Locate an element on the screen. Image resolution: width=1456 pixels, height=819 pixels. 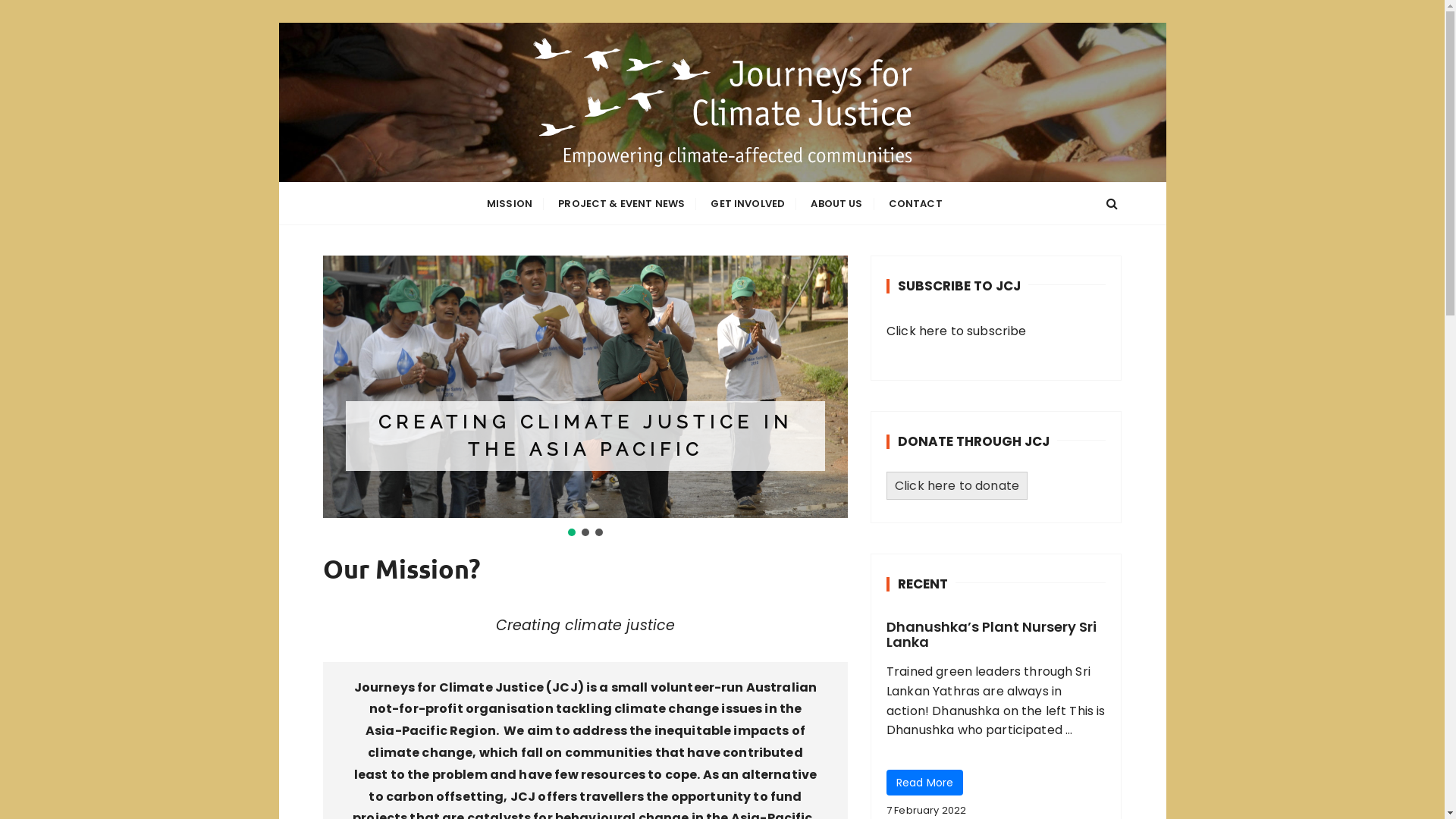
'ABOUT US' is located at coordinates (836, 202).